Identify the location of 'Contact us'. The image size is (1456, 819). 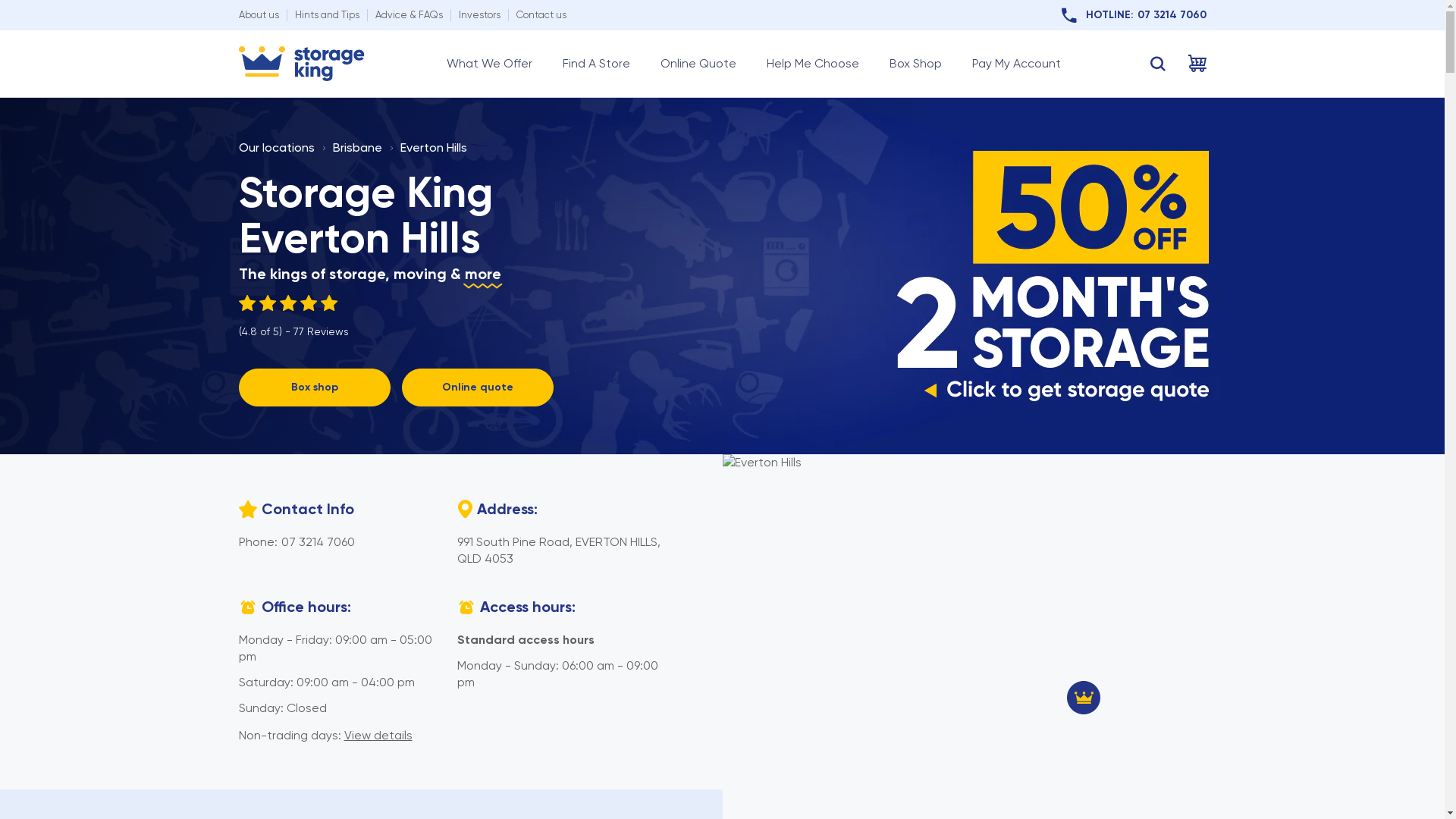
(541, 14).